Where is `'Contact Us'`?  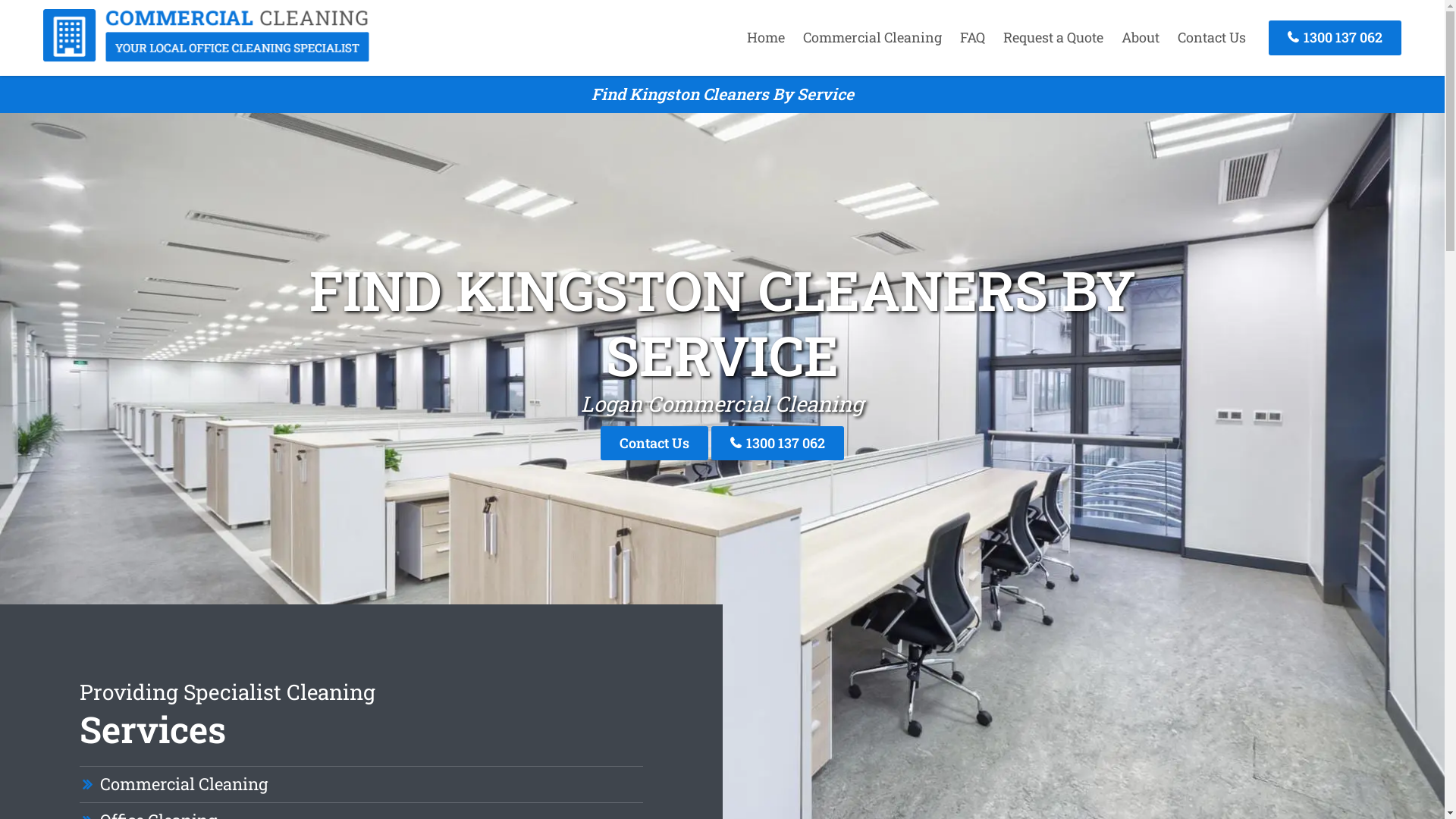 'Contact Us' is located at coordinates (1211, 36).